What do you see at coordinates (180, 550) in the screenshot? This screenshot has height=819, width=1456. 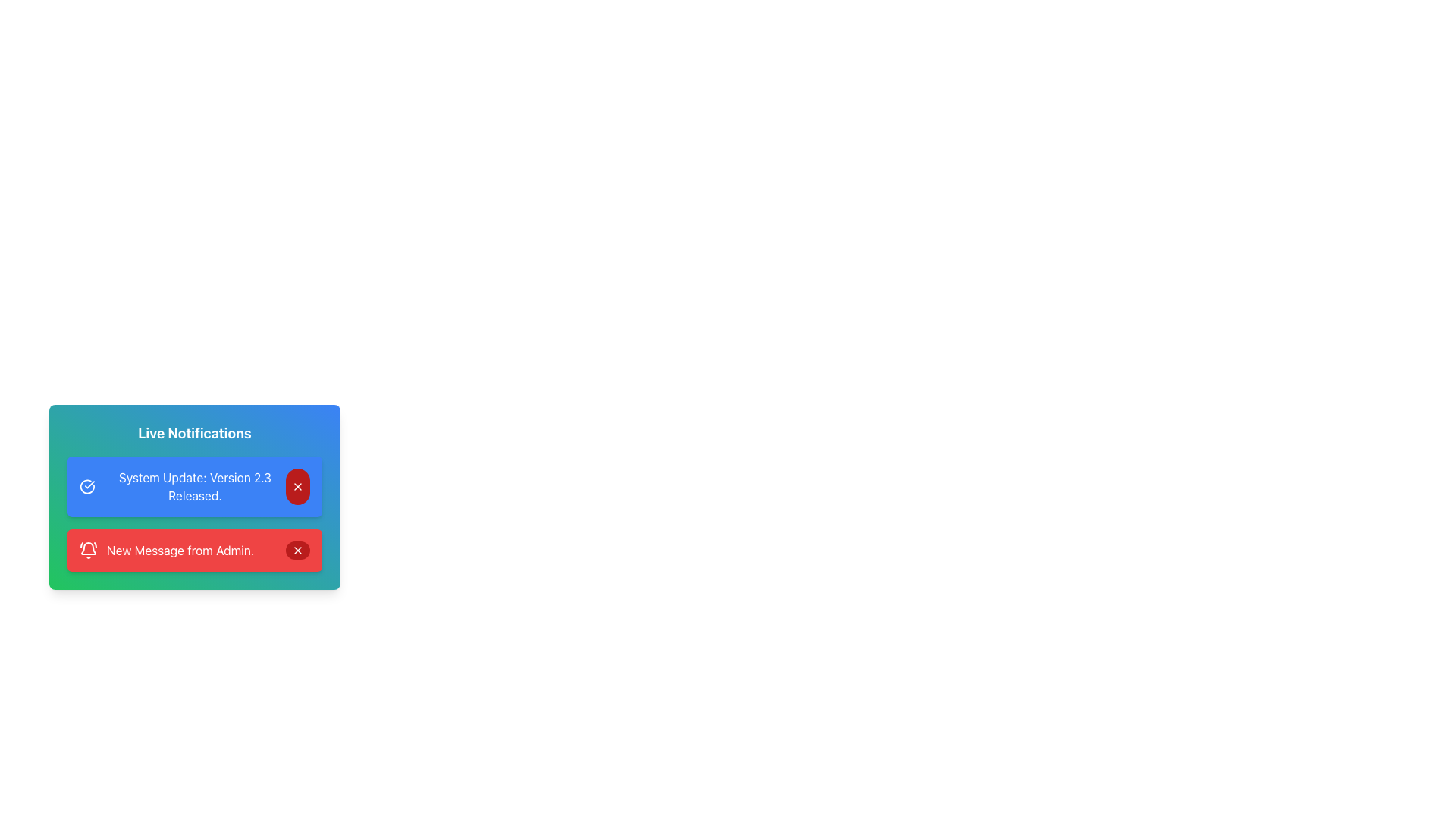 I see `the text label displaying 'New Message from Admin.' which has a bold red background and white centered text, located in the second notification box of the live notifications panel` at bounding box center [180, 550].